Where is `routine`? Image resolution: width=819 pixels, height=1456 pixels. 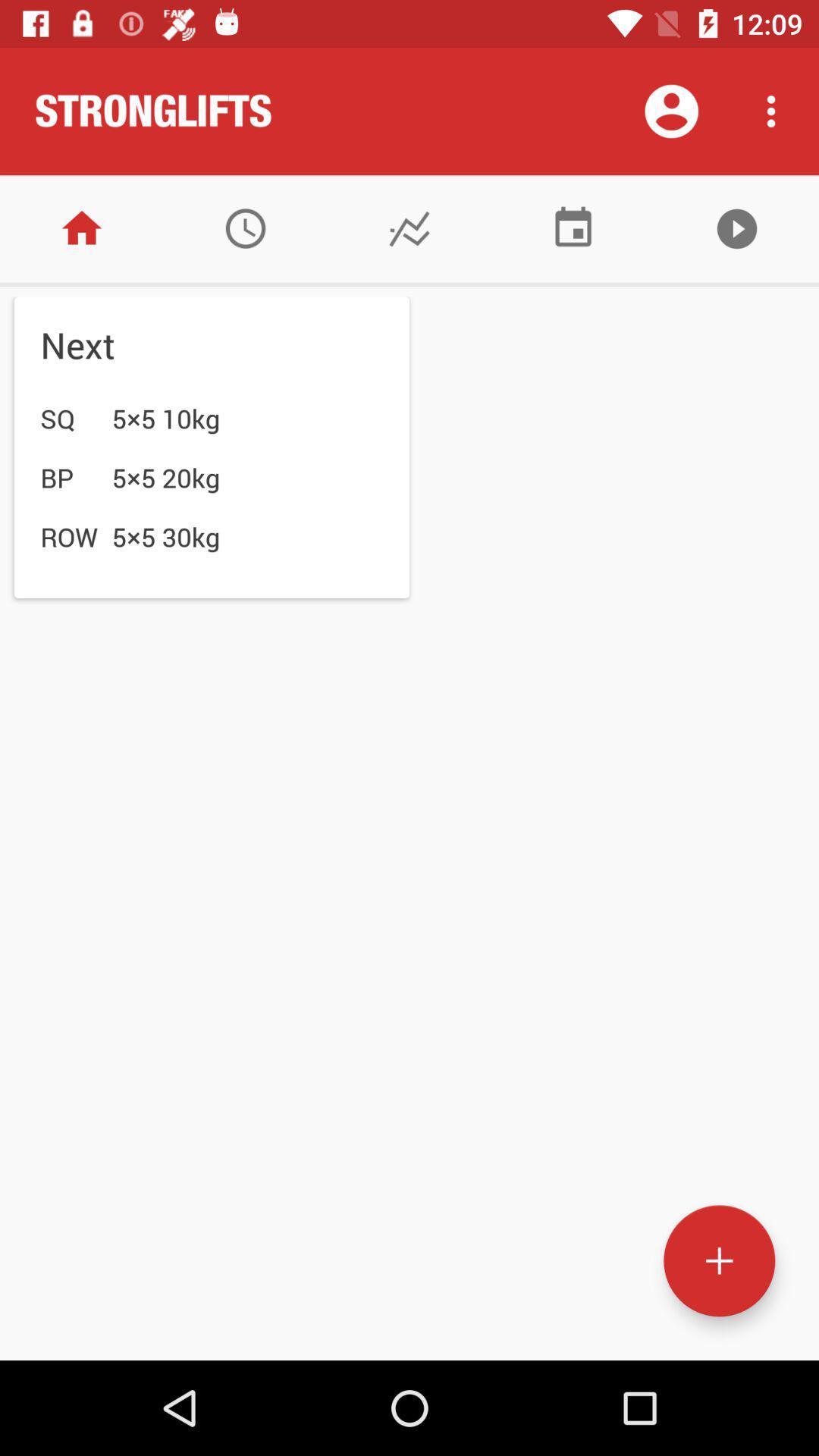 routine is located at coordinates (718, 1260).